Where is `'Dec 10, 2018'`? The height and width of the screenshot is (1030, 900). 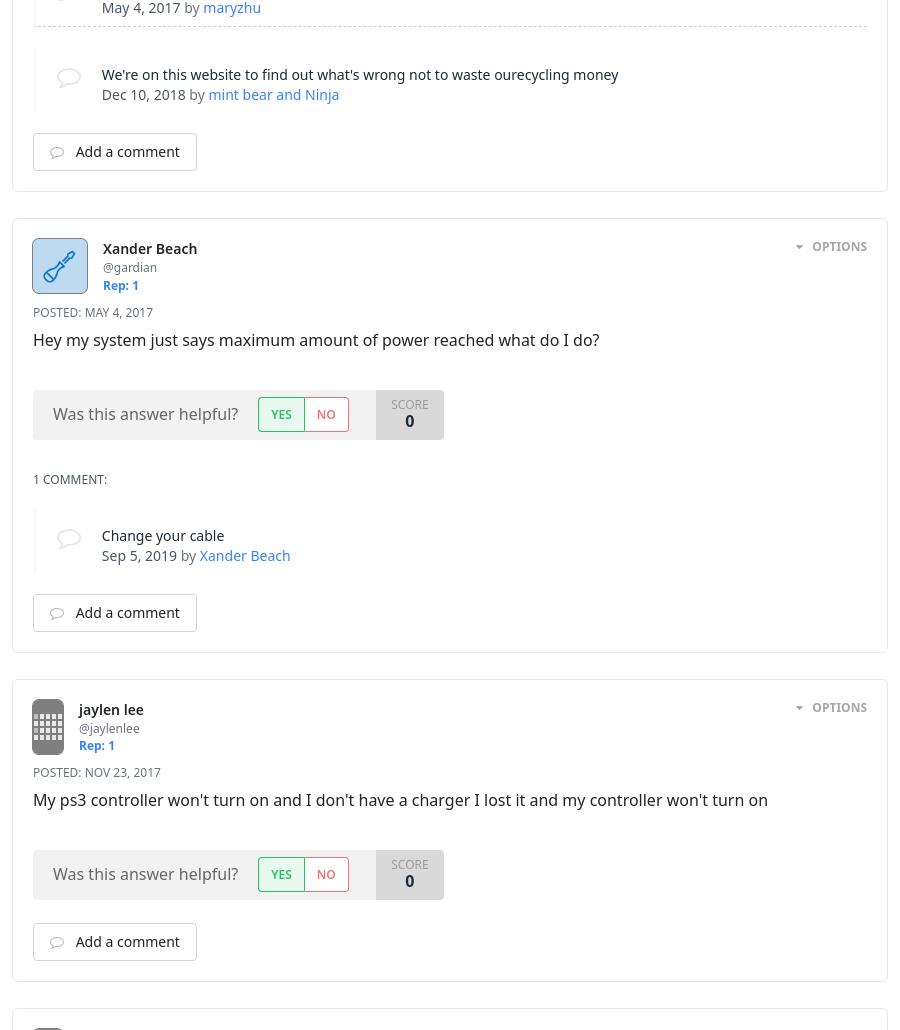 'Dec 10, 2018' is located at coordinates (143, 93).